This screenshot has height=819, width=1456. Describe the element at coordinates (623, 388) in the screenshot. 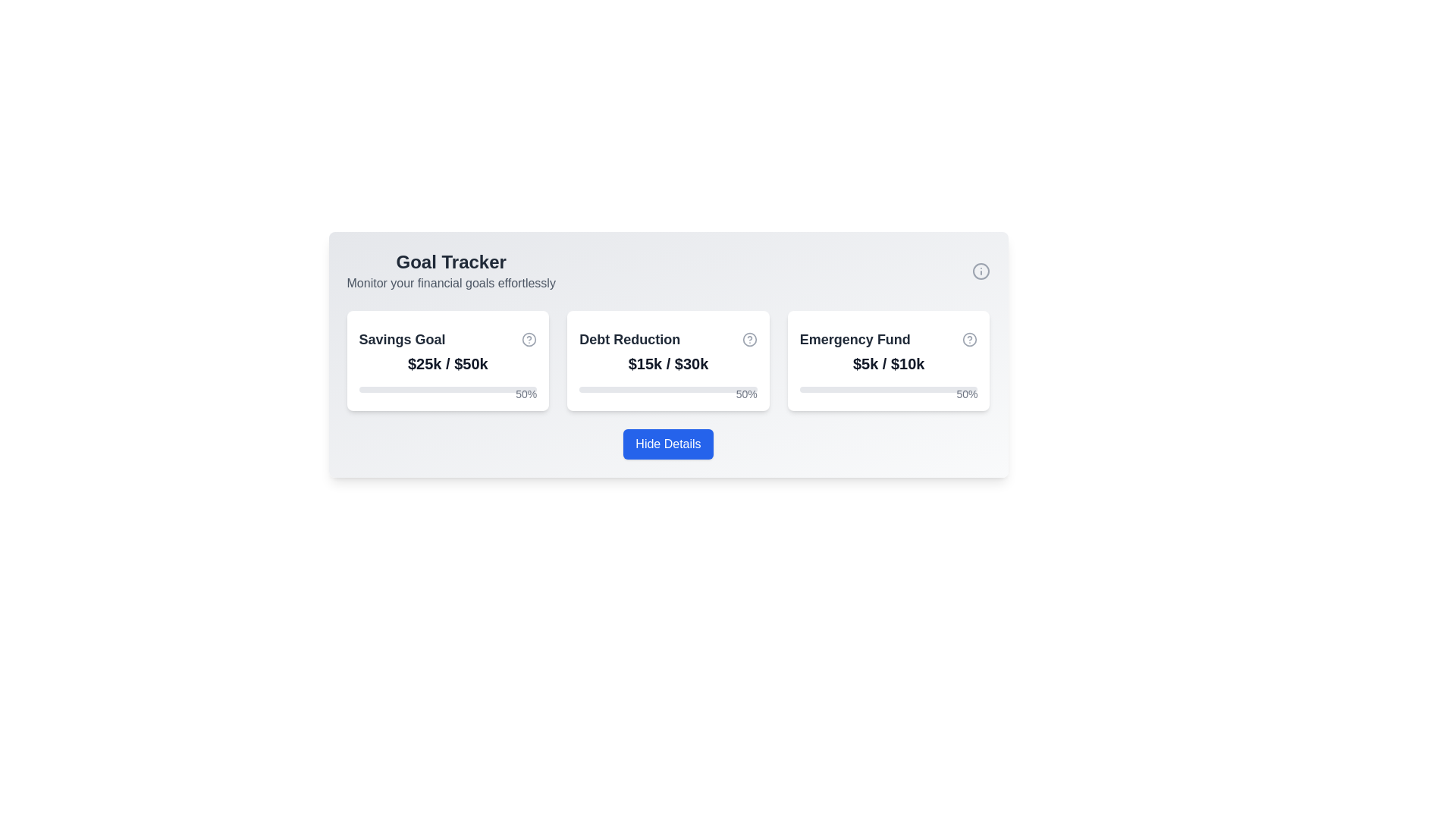

I see `the progress bar segment indicating 50% completion of the 'Debt Reduction' goal within the second card labeled 'Debt Reduction'` at that location.